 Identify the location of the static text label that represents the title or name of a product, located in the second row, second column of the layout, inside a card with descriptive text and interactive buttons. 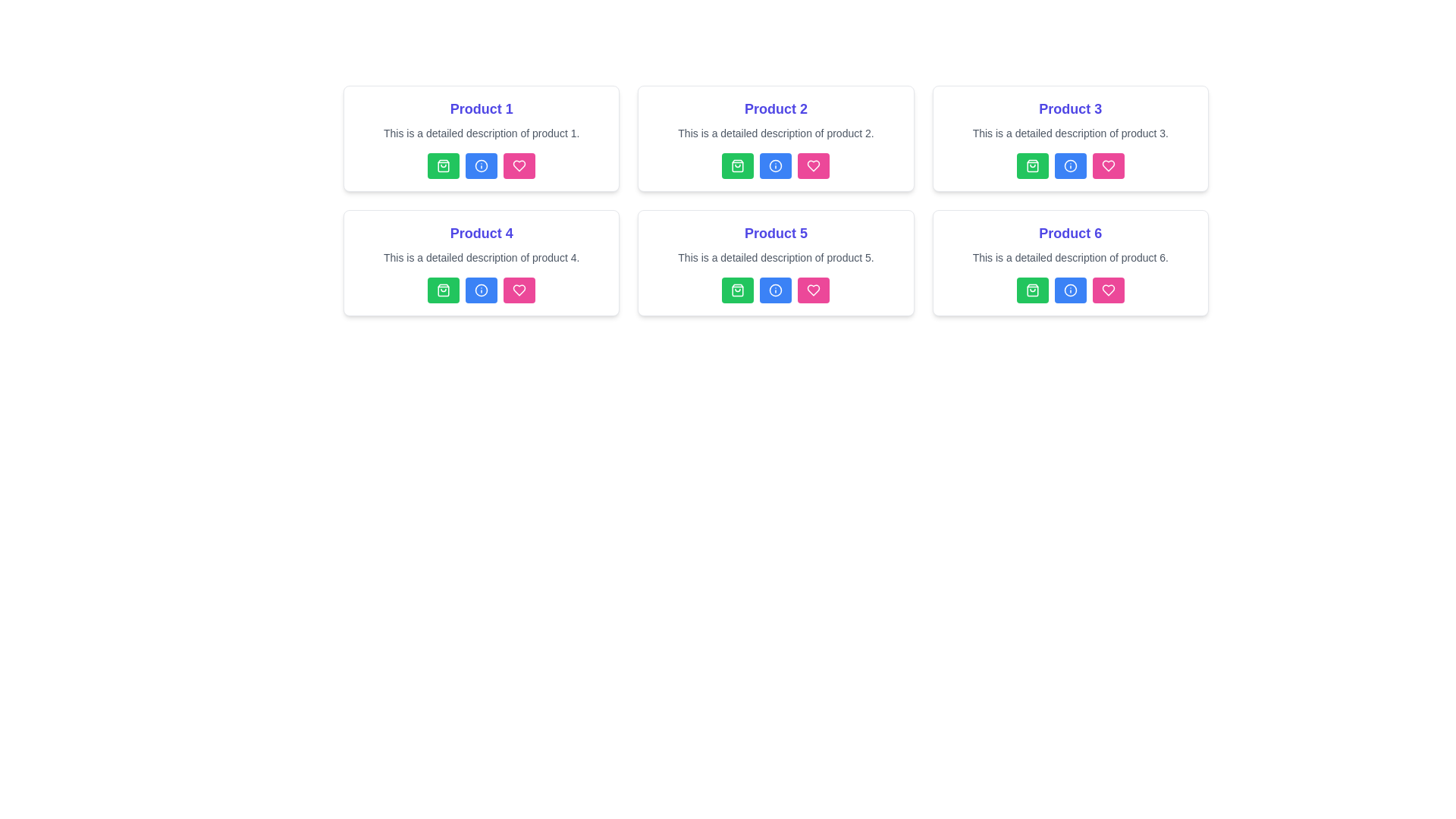
(776, 234).